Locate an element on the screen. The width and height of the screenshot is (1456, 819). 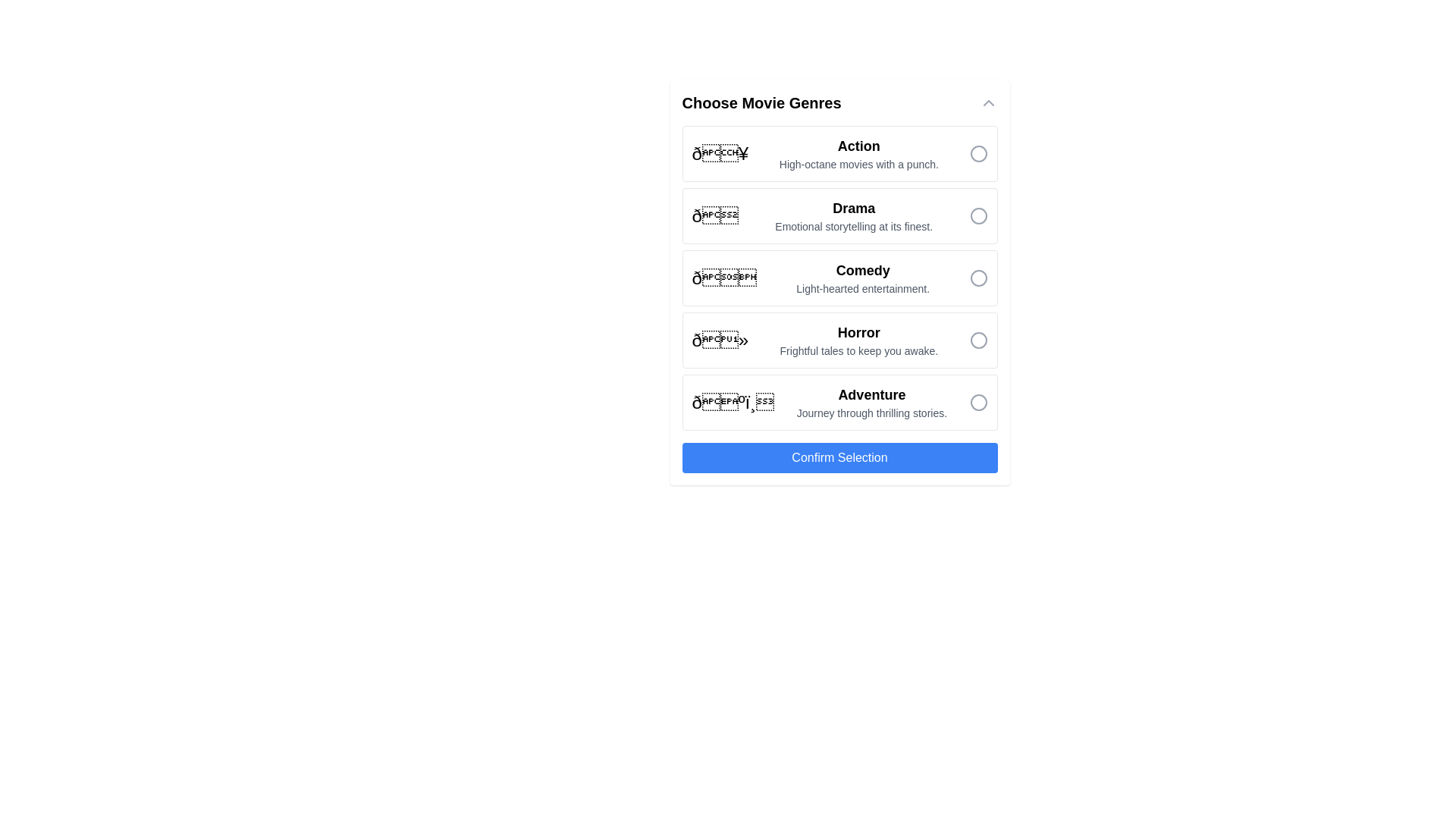
the 'Drama' genre selection option located below 'Action' and above 'Comedy' in the movie genre selection interface is located at coordinates (839, 216).